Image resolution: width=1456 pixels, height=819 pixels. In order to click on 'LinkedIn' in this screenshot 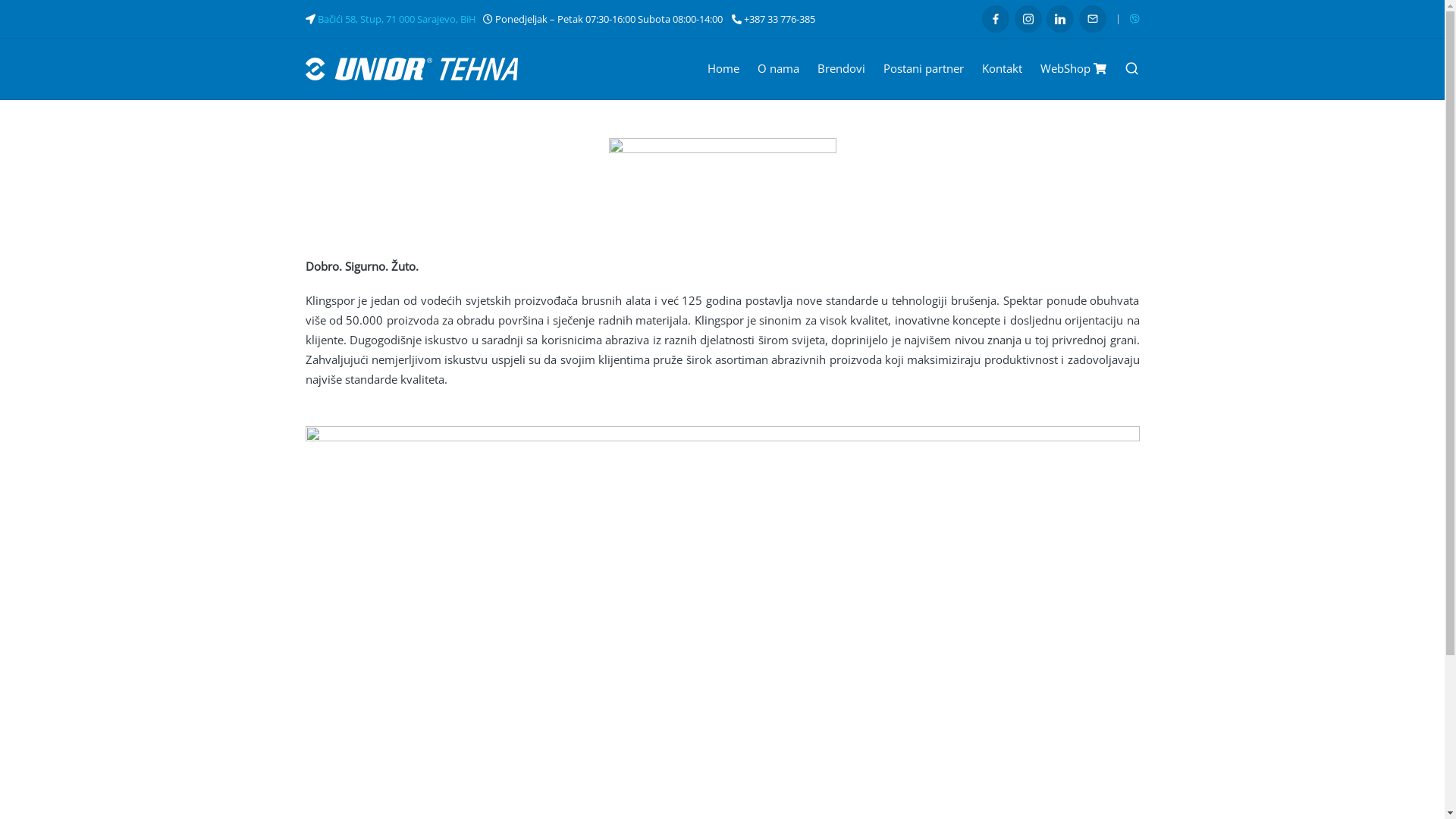, I will do `click(1059, 18)`.